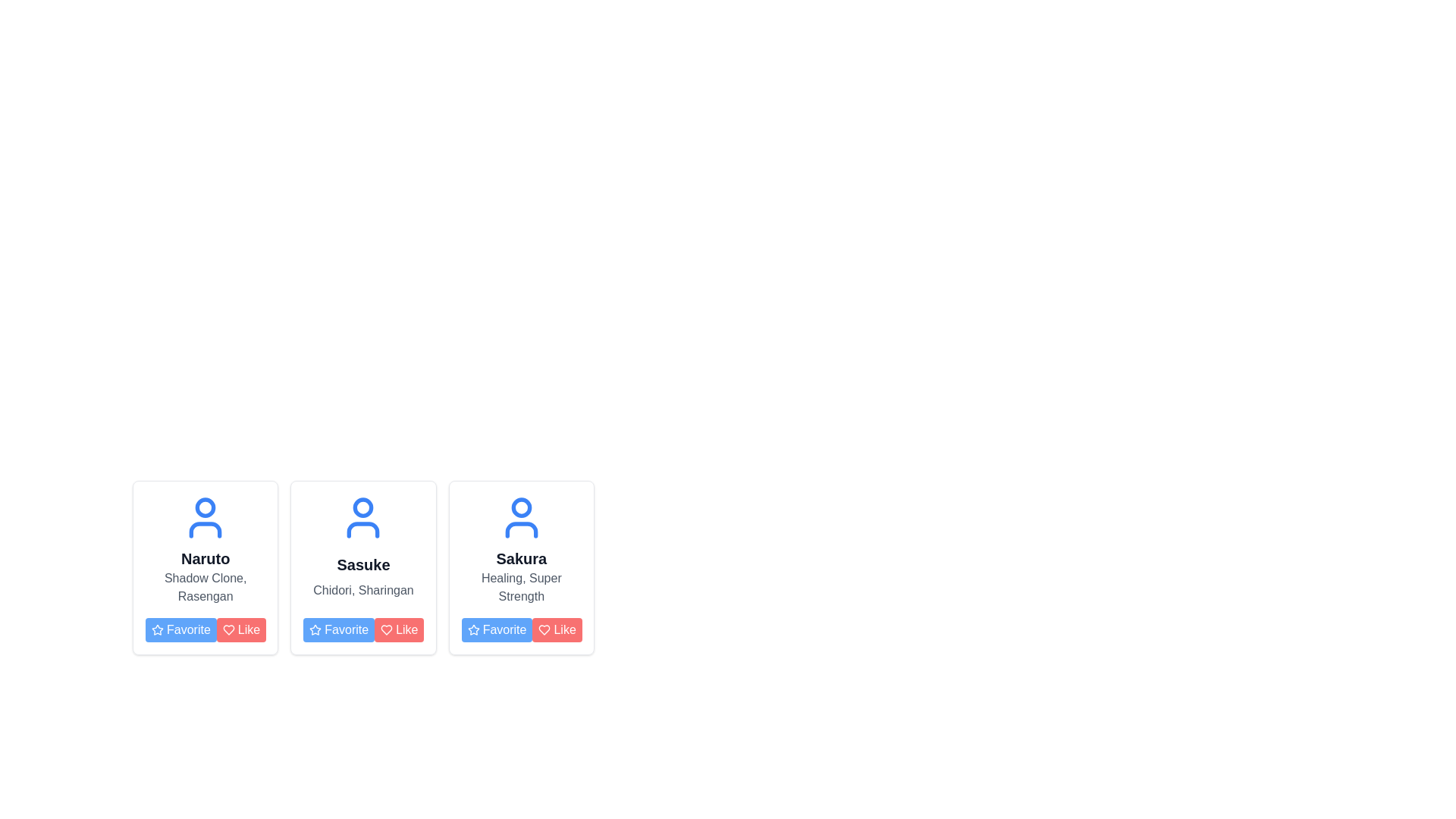 This screenshot has width=1456, height=819. I want to click on the circular profile picture element located at the top of the leftmost user card in the displayed row of user profiles, so click(205, 507).